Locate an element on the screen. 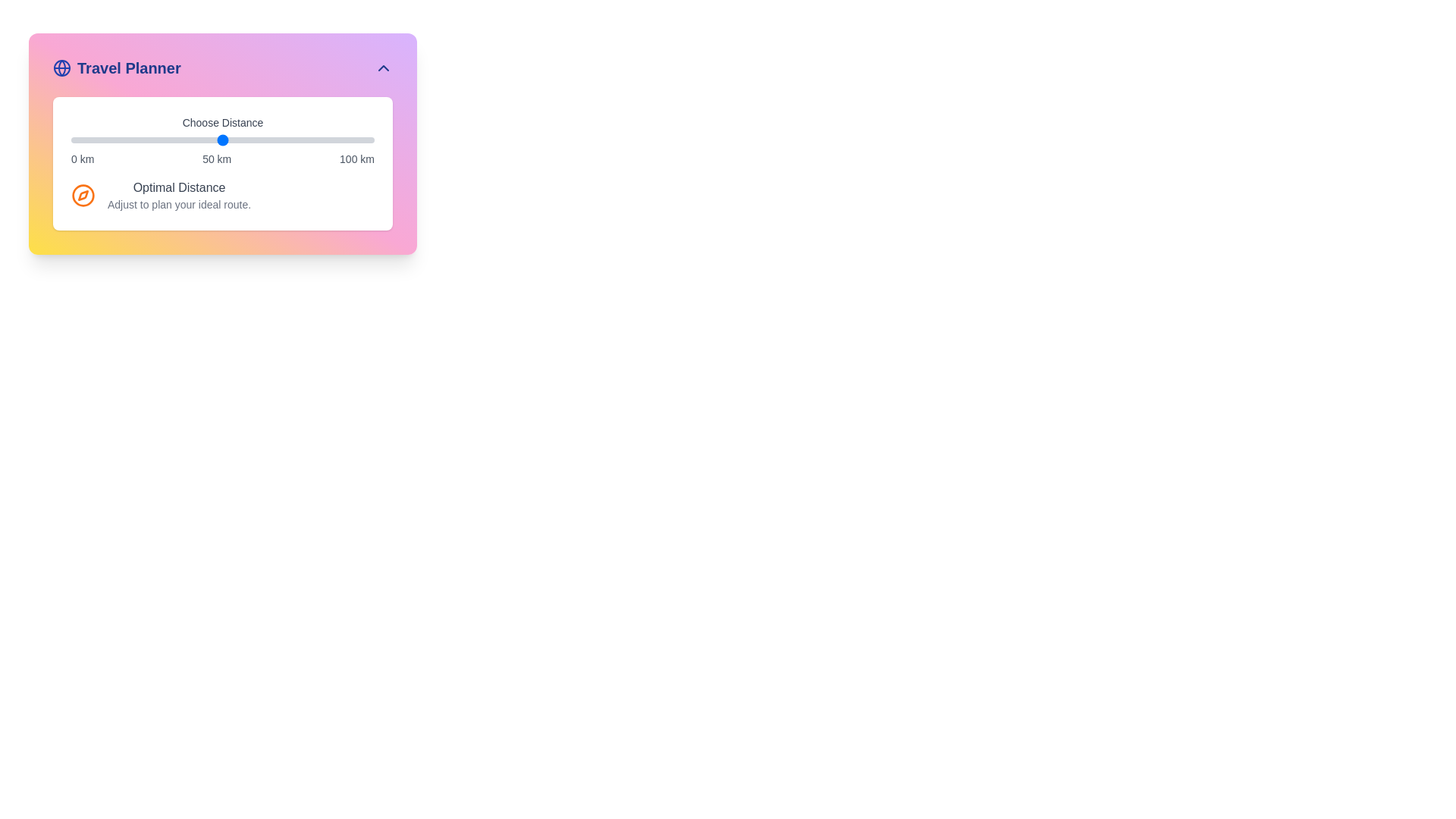 This screenshot has width=1456, height=819. the distance slider is located at coordinates (192, 140).